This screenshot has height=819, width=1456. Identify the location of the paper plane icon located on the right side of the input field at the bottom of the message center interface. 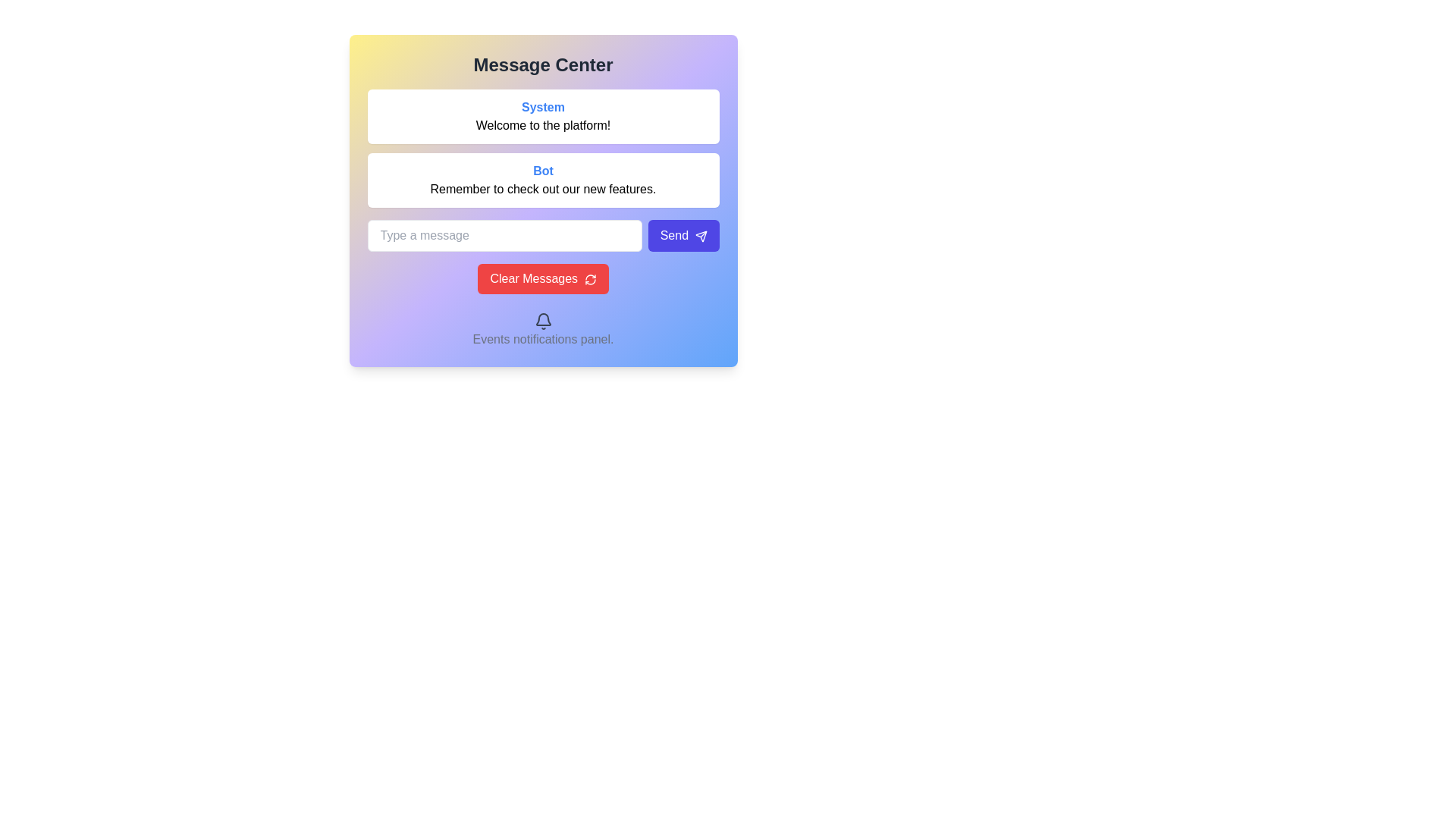
(700, 236).